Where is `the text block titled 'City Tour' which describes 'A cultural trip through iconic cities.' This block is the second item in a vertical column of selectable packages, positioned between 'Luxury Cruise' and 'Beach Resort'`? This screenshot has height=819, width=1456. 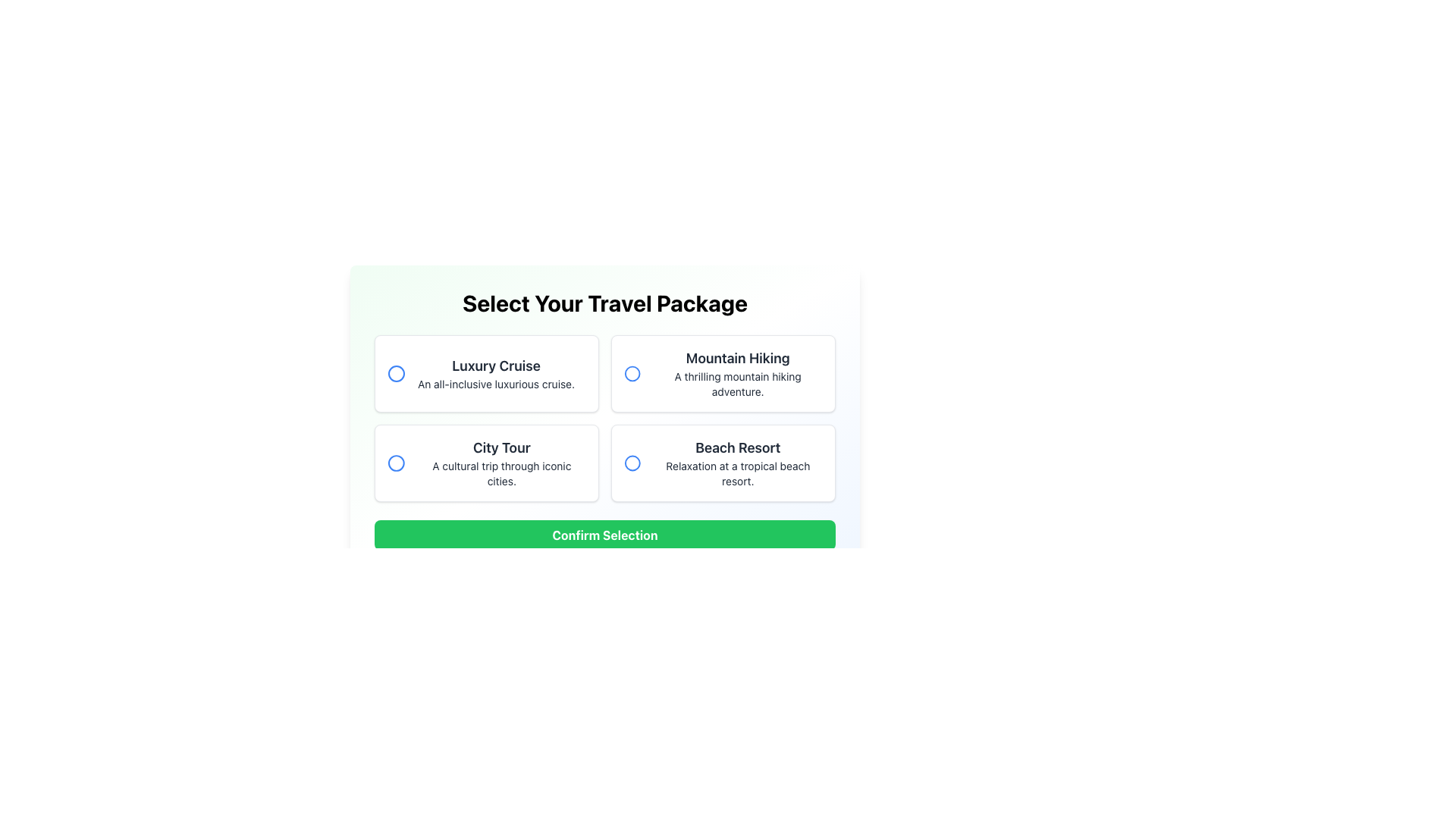 the text block titled 'City Tour' which describes 'A cultural trip through iconic cities.' This block is the second item in a vertical column of selectable packages, positioned between 'Luxury Cruise' and 'Beach Resort' is located at coordinates (501, 462).